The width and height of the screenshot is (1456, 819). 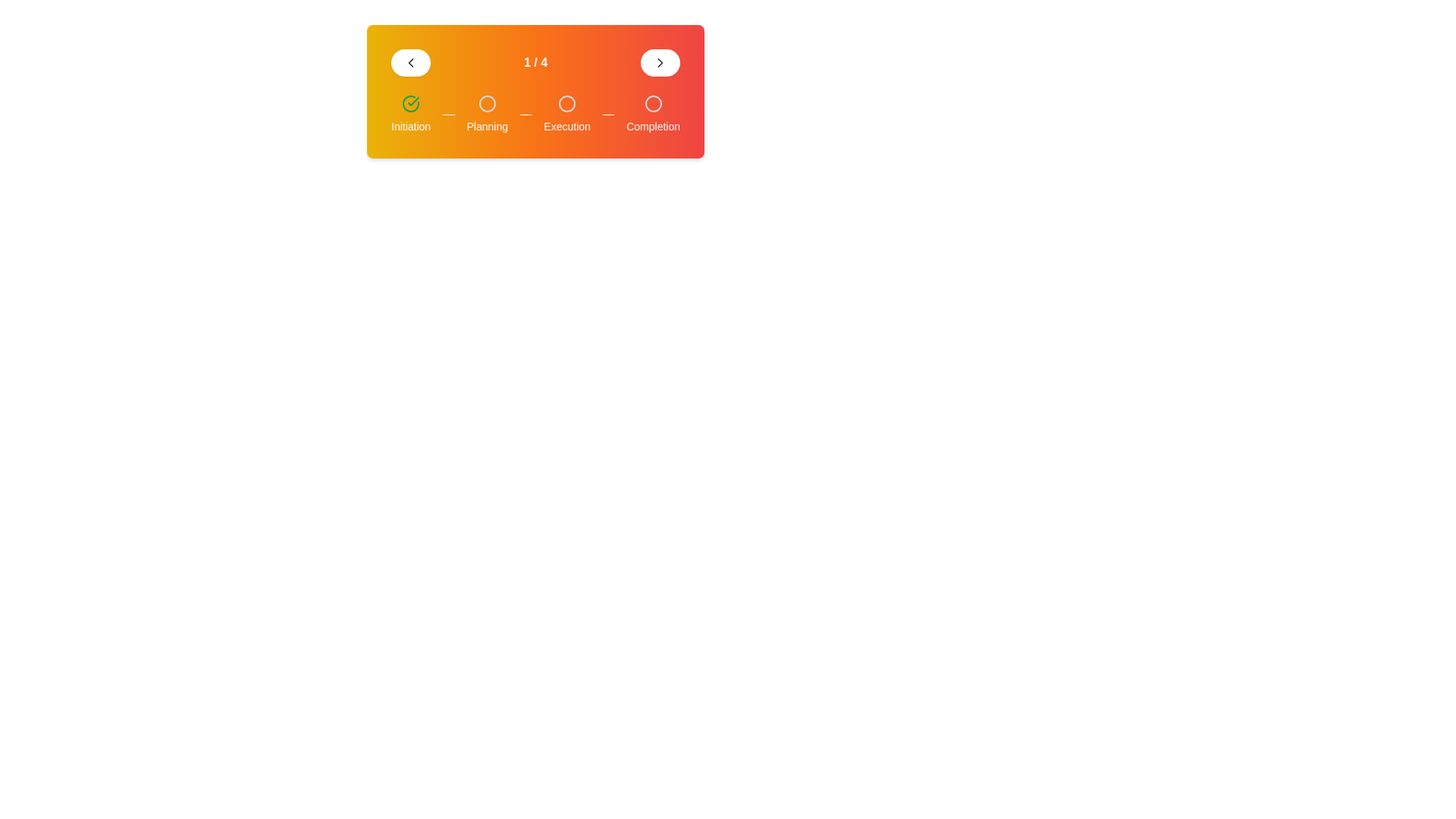 What do you see at coordinates (566, 103) in the screenshot?
I see `the circular icon representing the 'Execution' phase in the progress bar` at bounding box center [566, 103].